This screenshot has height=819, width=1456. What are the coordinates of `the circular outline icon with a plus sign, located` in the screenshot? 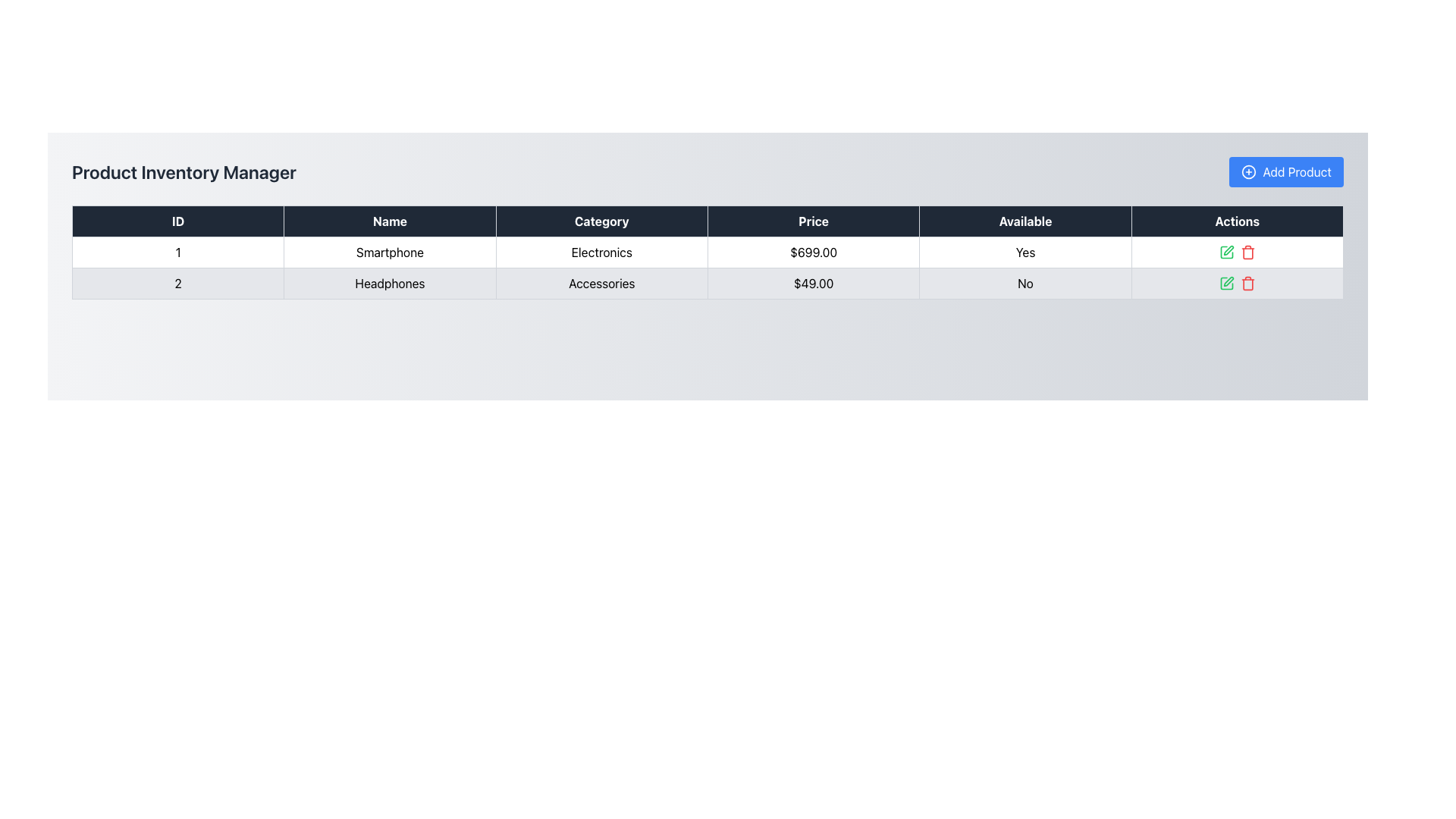 It's located at (1249, 171).